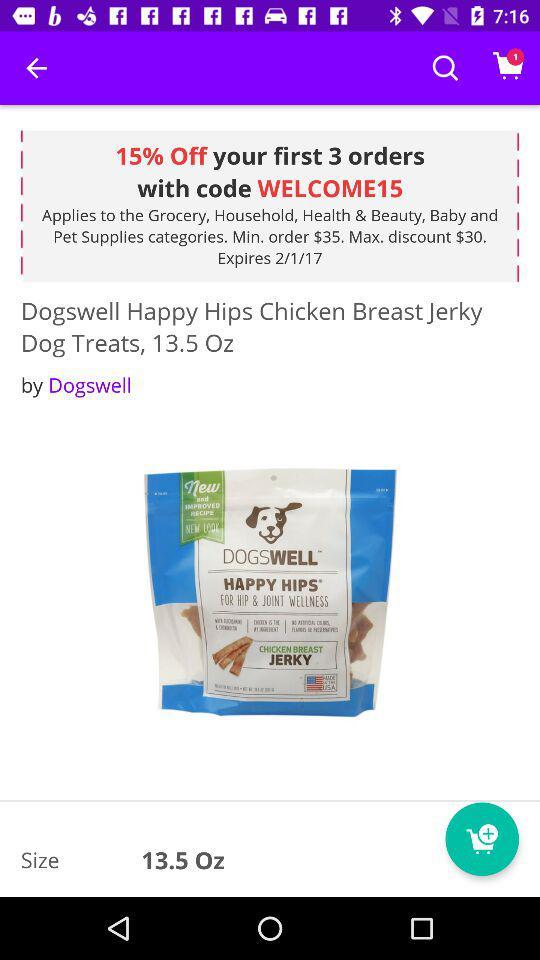 The height and width of the screenshot is (960, 540). Describe the element at coordinates (270, 594) in the screenshot. I see `open product photo` at that location.